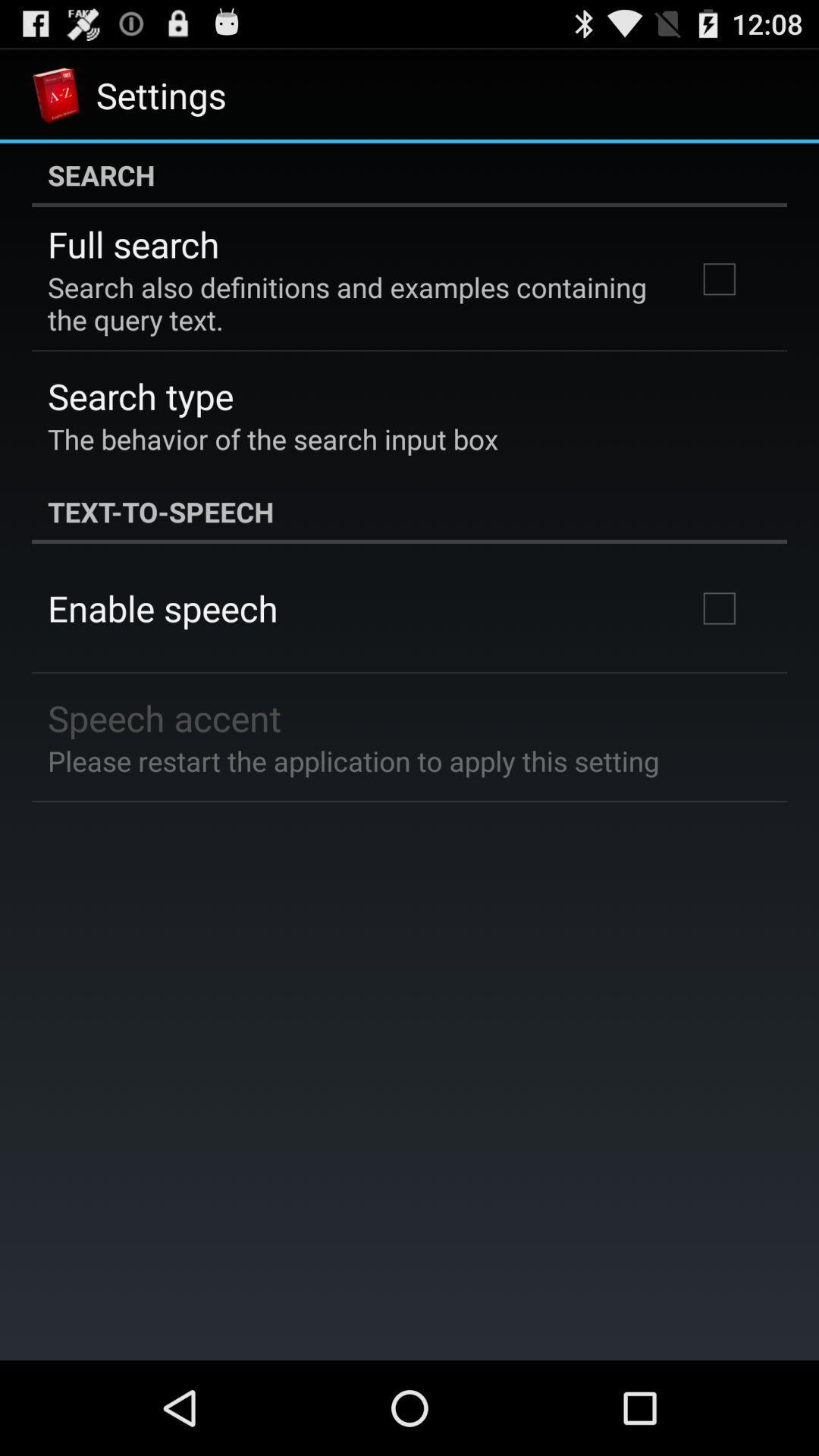  I want to click on speech accent item, so click(165, 717).